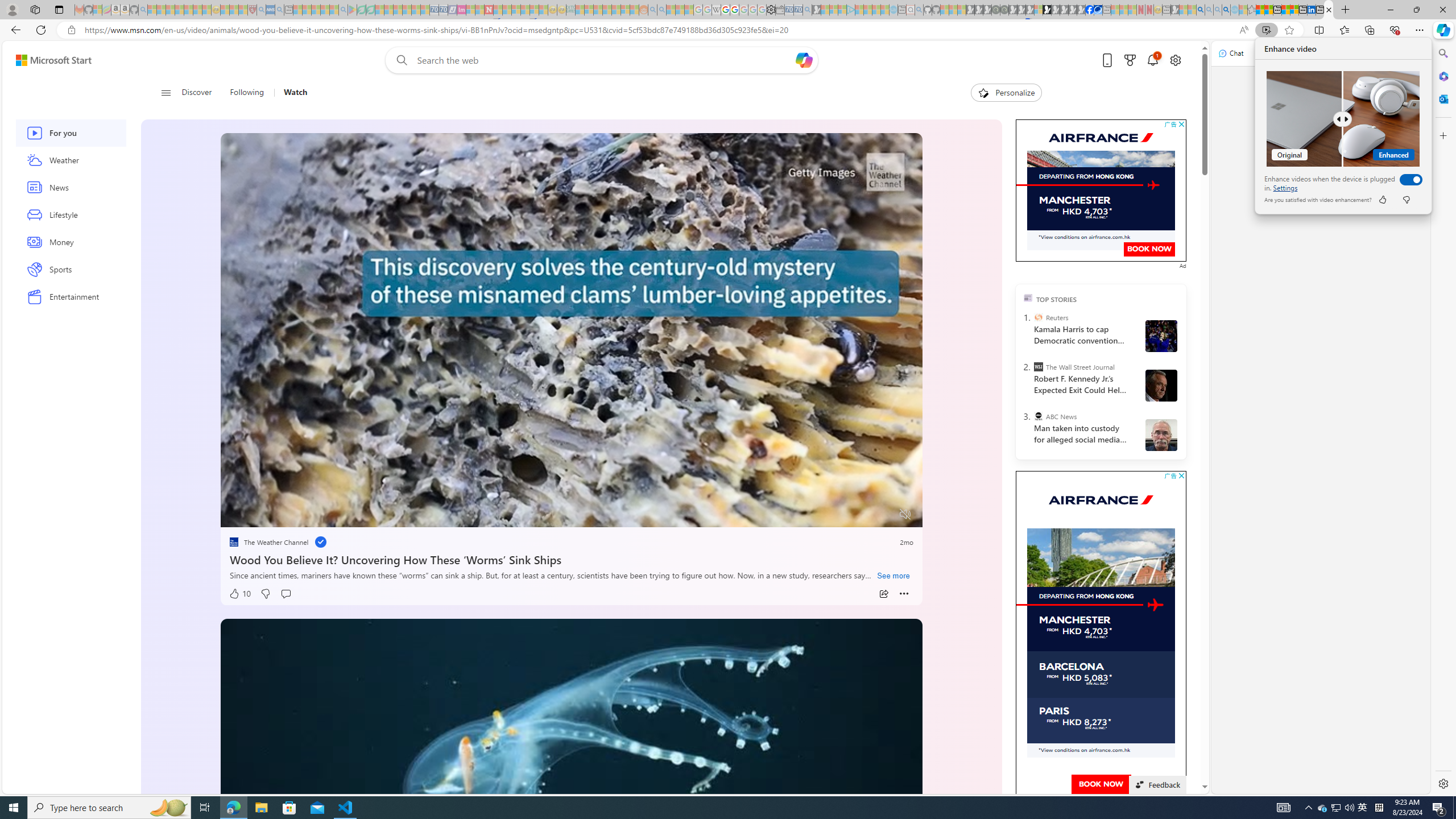  I want to click on 'Notifications', so click(1152, 60).